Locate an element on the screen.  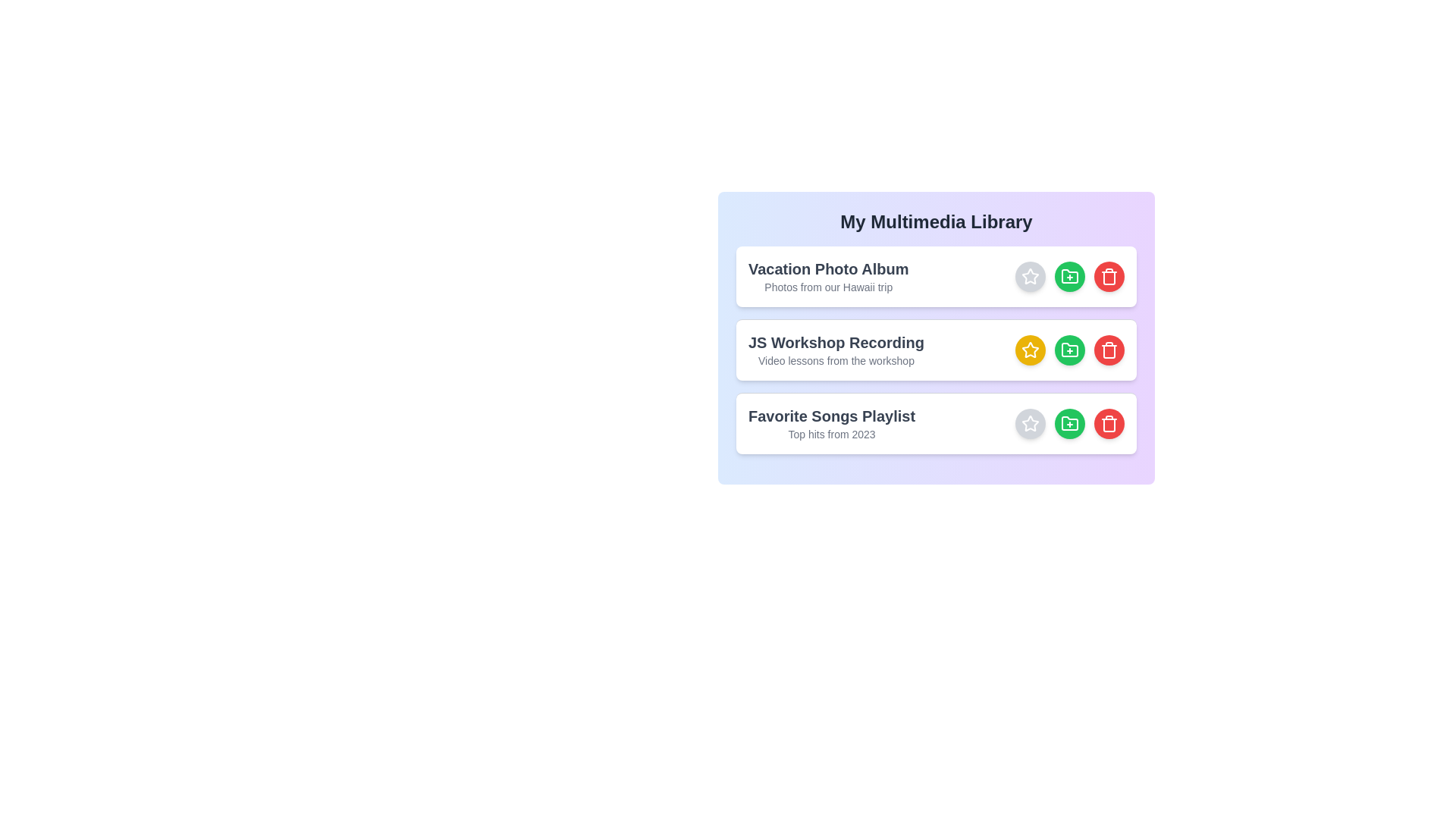
the circular green button with a white folder-plus icon, which is the third button from the left in the button group of the 'JS Workshop Recording' card in the multimedia library section is located at coordinates (1069, 350).